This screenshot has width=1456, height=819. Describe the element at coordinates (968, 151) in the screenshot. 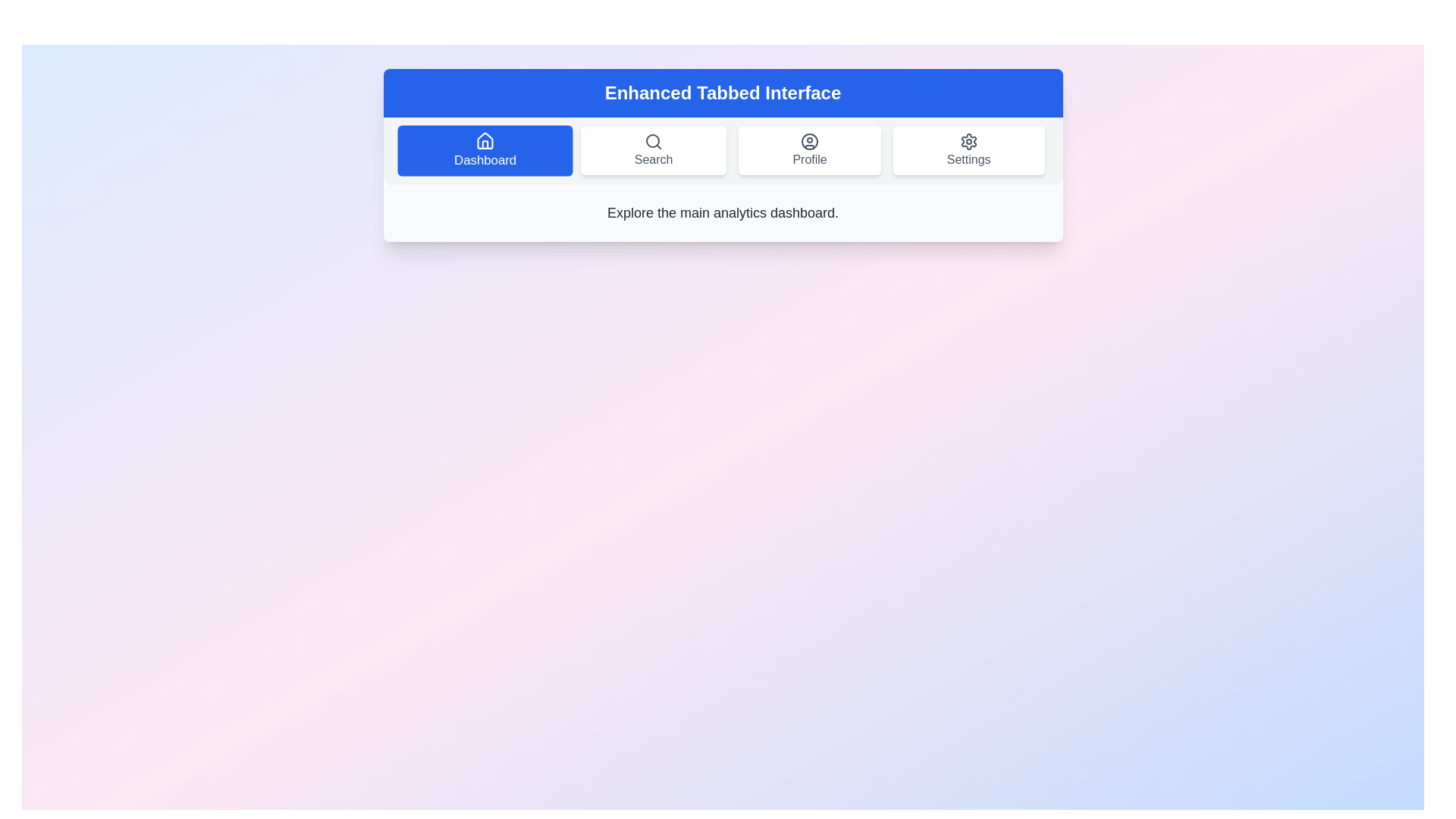

I see `the 'Settings' button, which features a gear-shaped icon and is the last option in the horizontal navigation menu` at that location.